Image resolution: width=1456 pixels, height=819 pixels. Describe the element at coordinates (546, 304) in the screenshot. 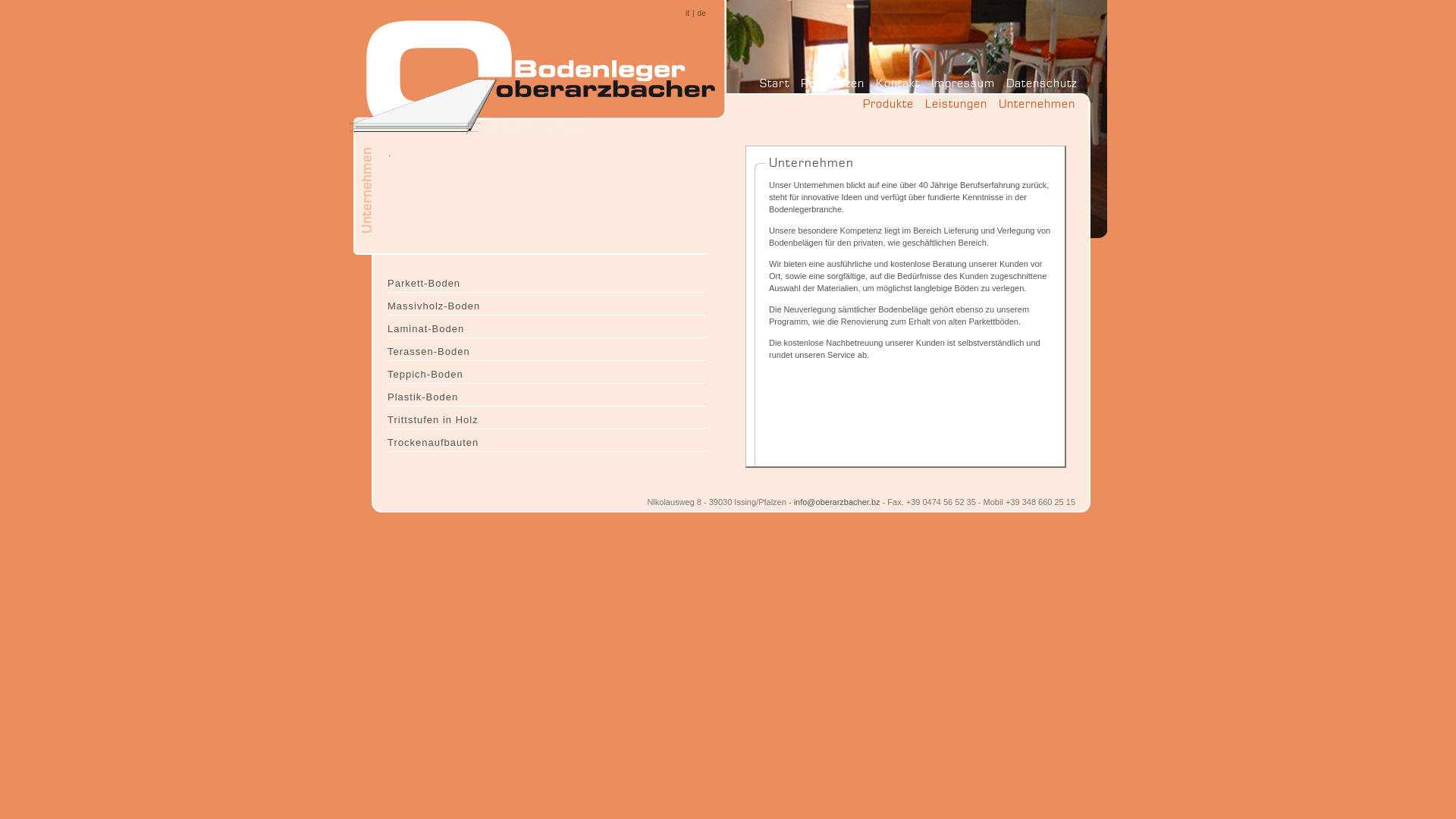

I see `'Massivholz-Boden'` at that location.